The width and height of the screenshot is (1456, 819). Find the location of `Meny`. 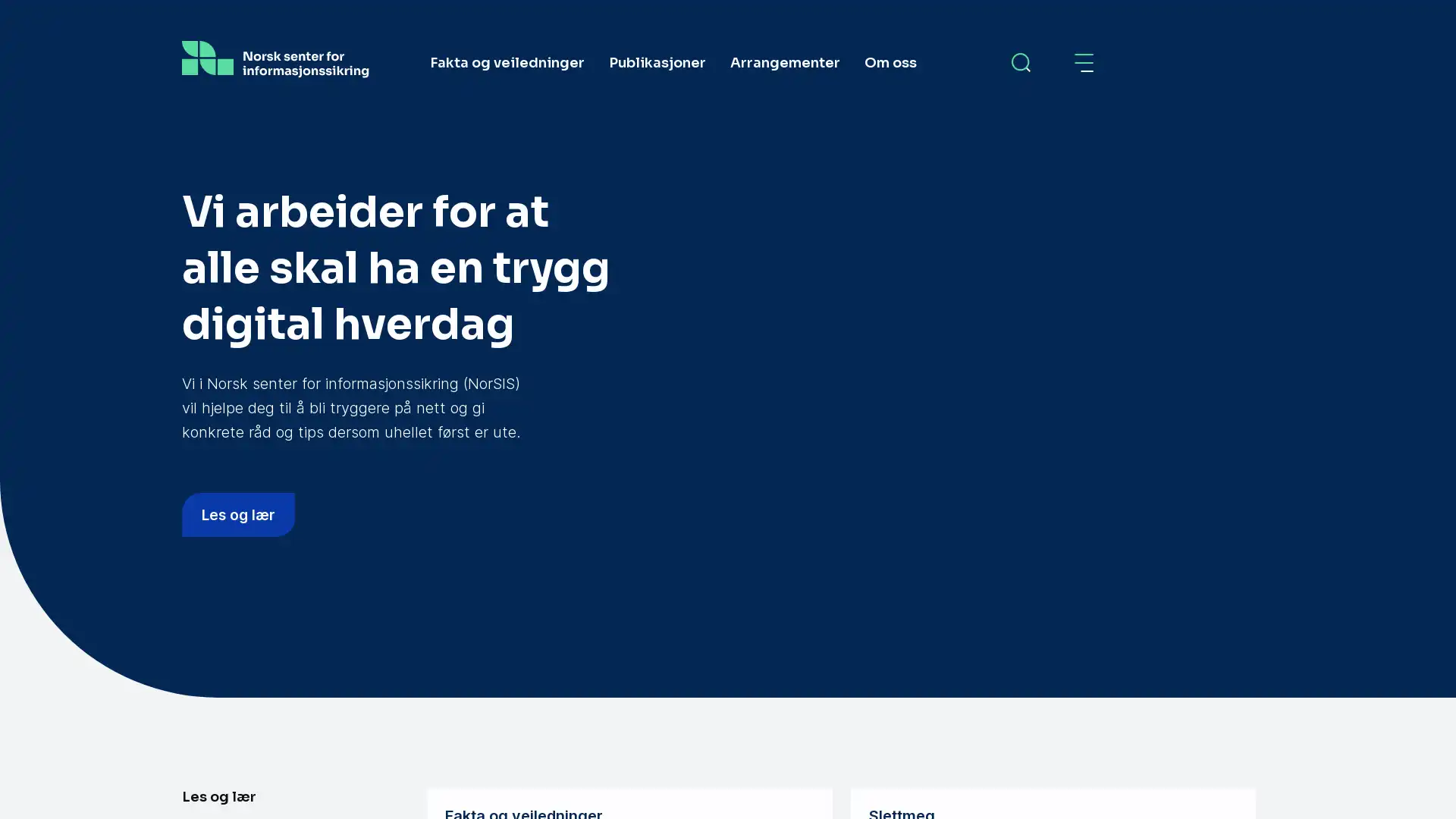

Meny is located at coordinates (1084, 62).